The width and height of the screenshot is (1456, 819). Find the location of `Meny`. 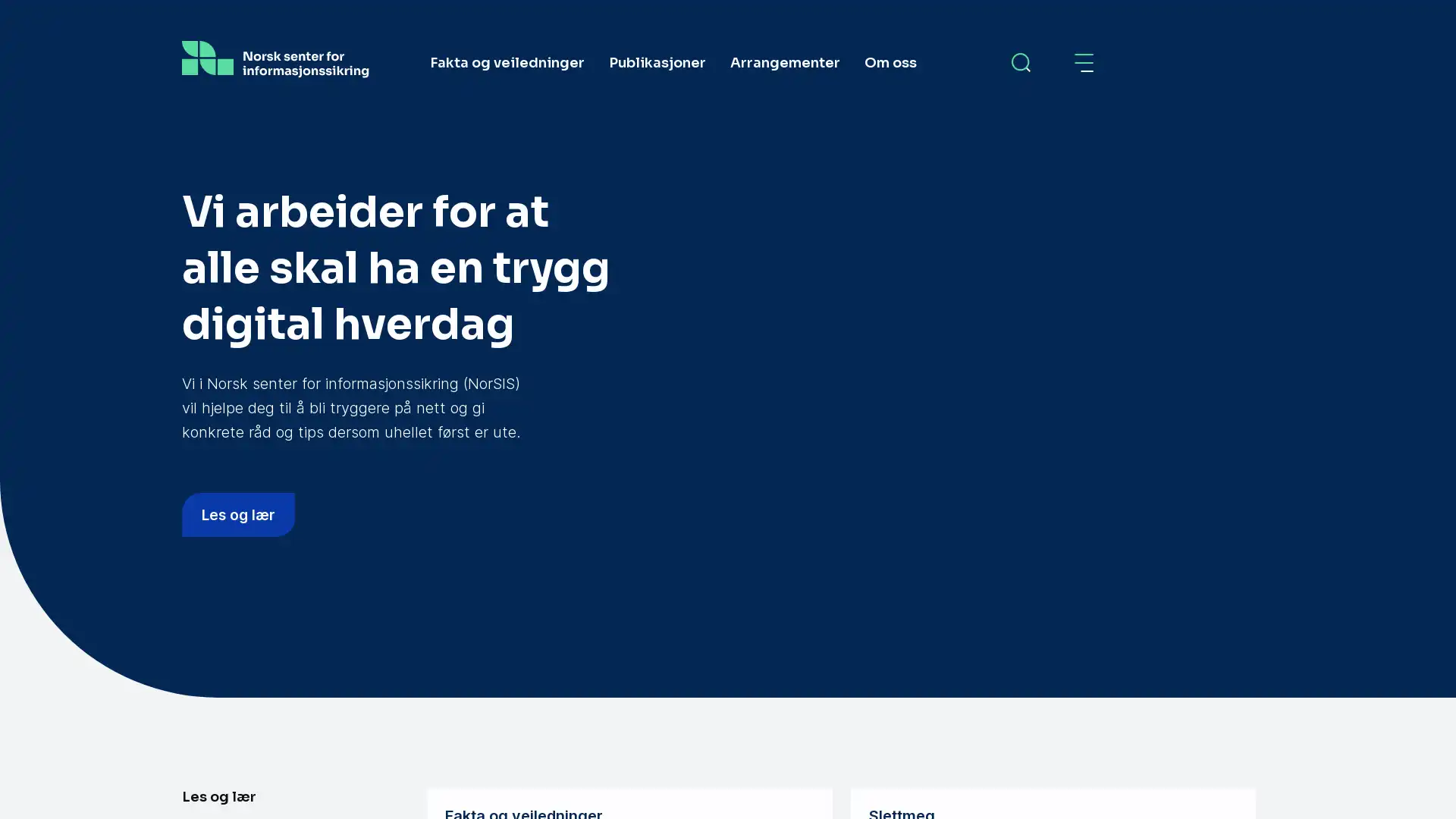

Meny is located at coordinates (1084, 62).